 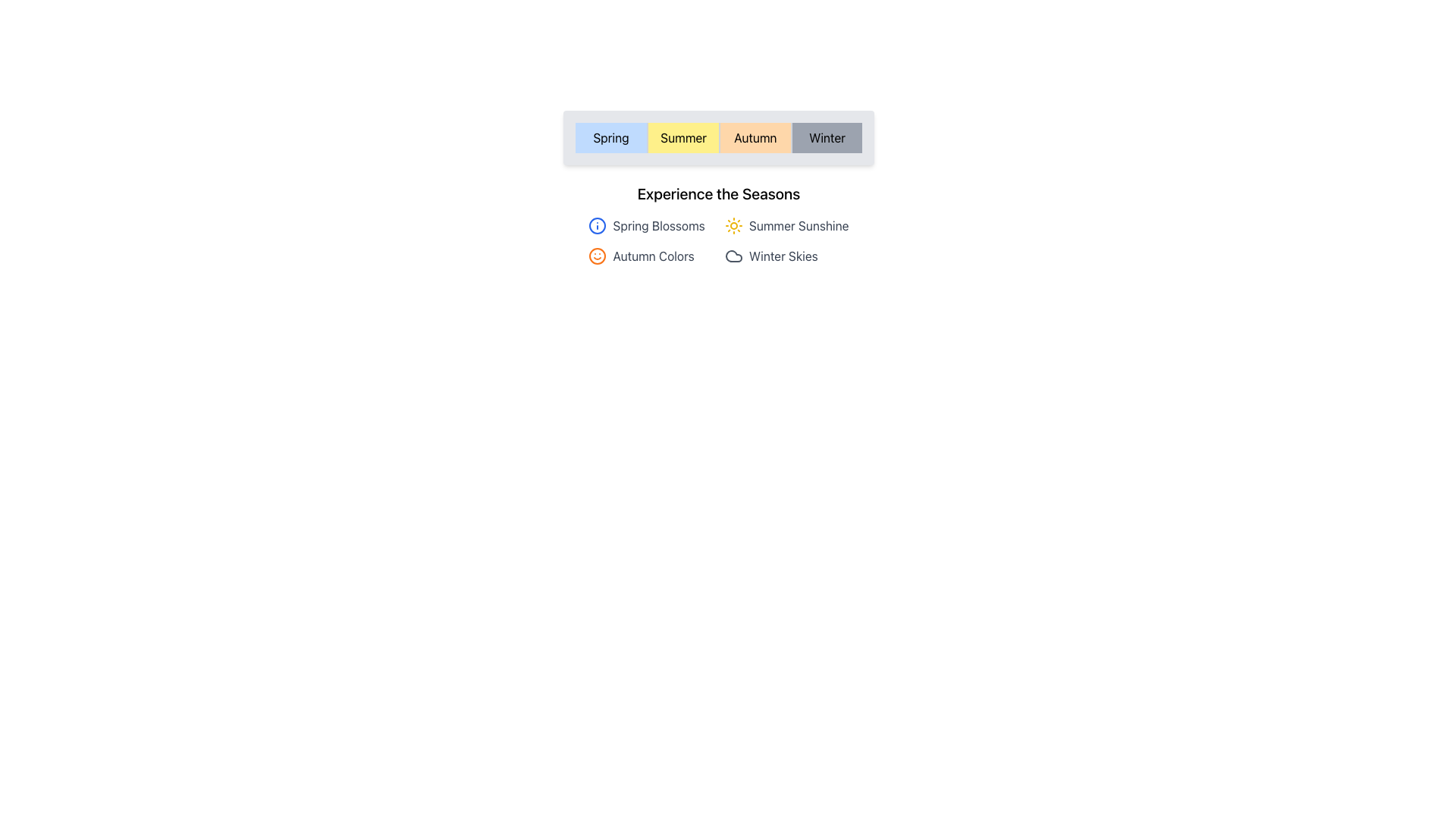 I want to click on the first vector graphic icon associated with the 'Summer Sunshine' label, which is part of the 'Experience the Seasons' group, located in the central lower section of the interface, so click(x=734, y=225).